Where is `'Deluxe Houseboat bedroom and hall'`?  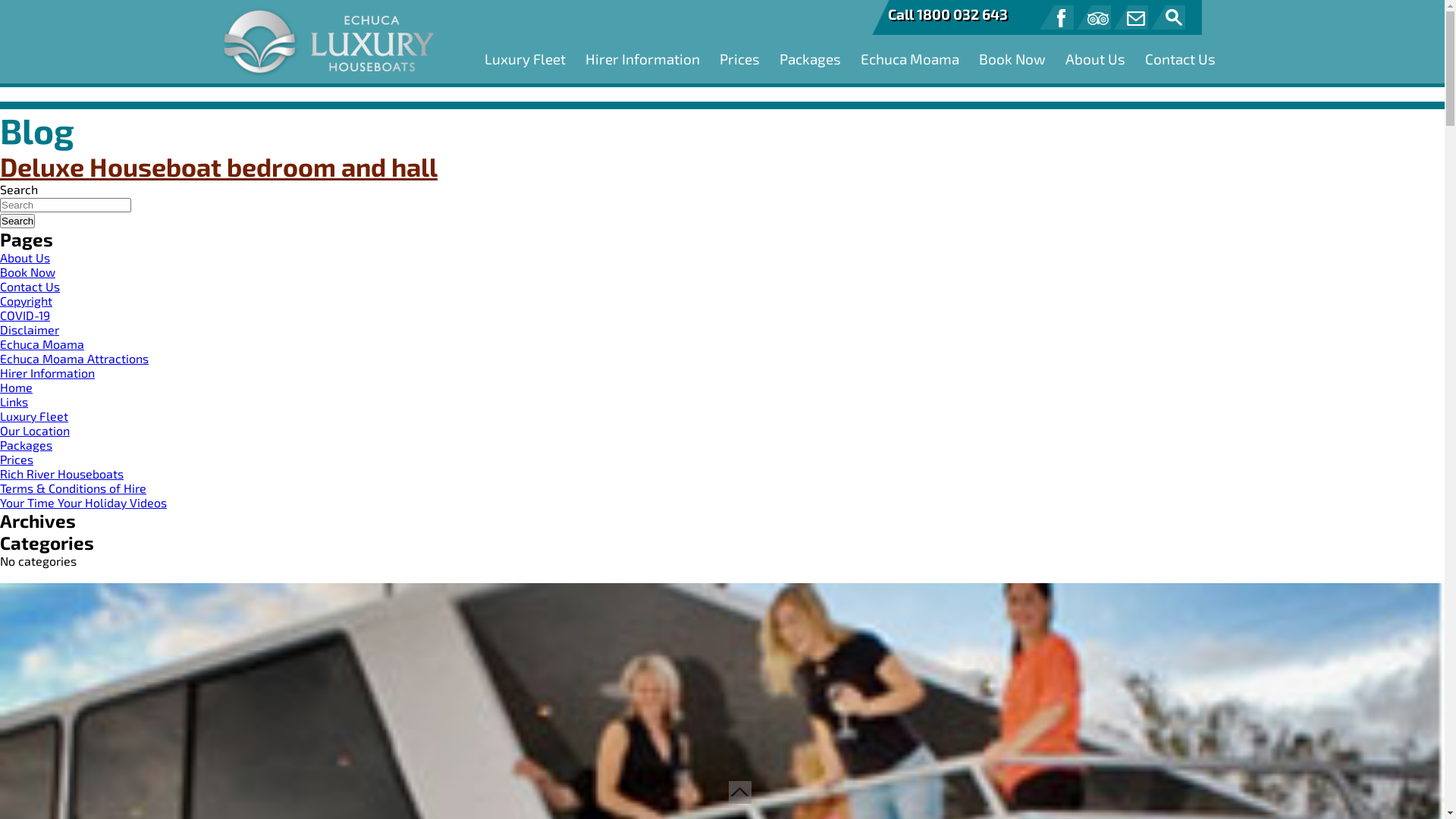
'Deluxe Houseboat bedroom and hall' is located at coordinates (218, 166).